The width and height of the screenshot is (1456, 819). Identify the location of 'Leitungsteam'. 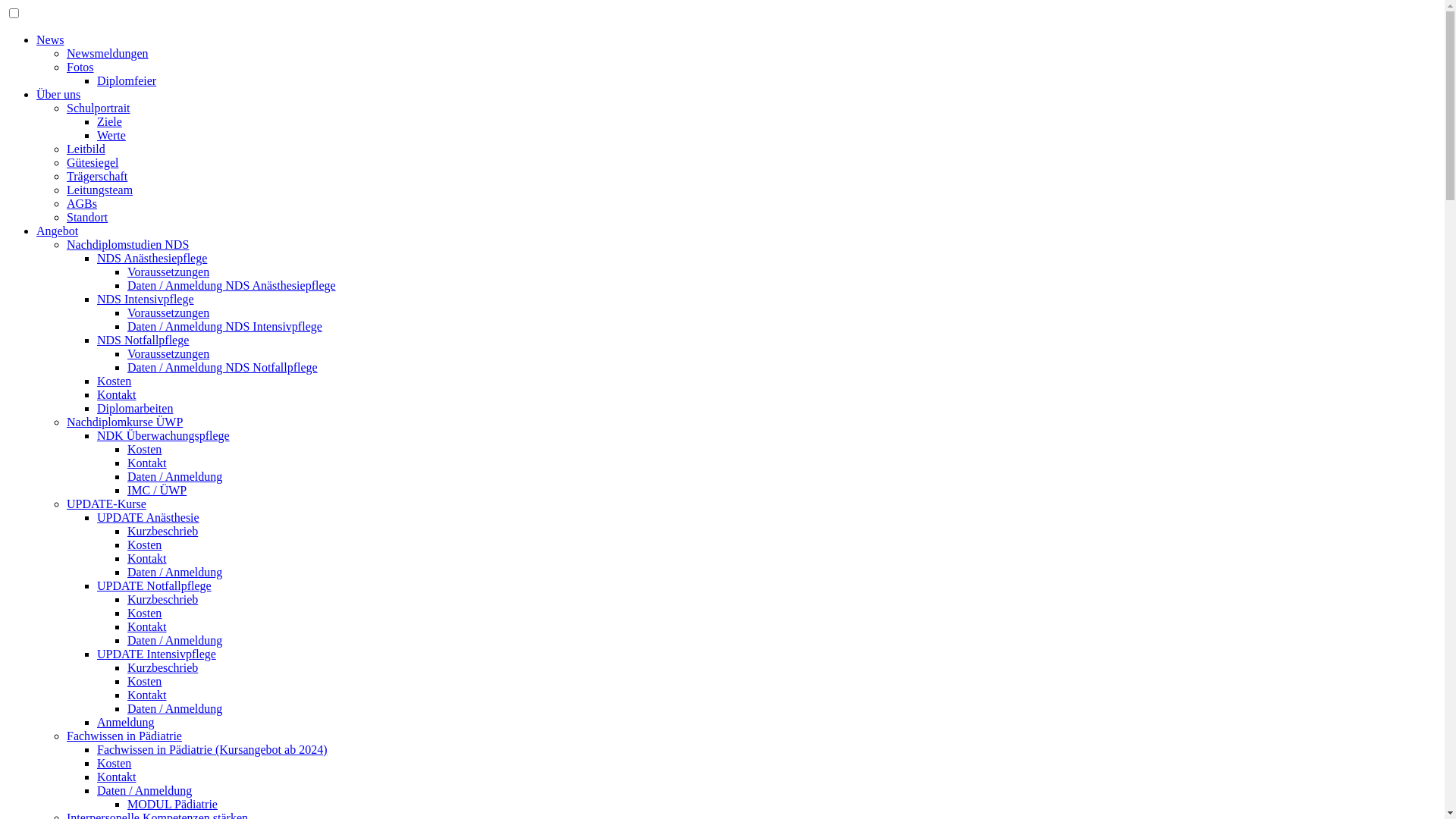
(99, 189).